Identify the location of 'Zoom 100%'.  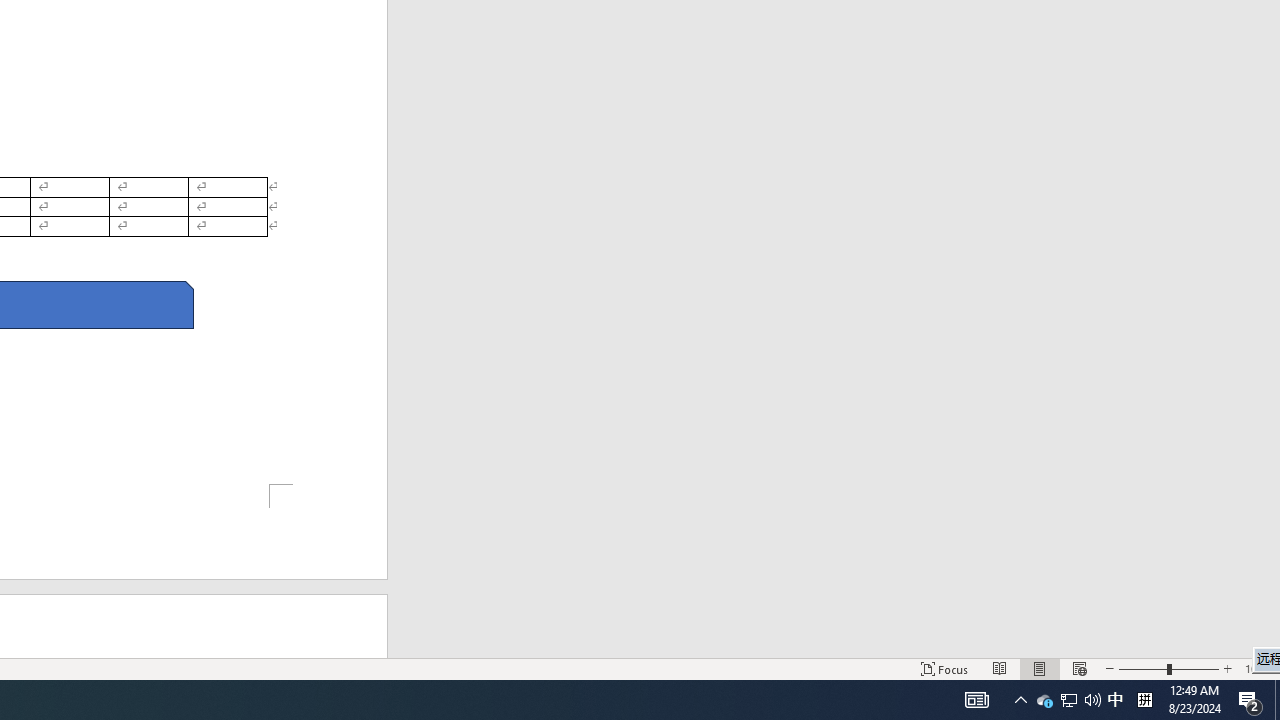
(1257, 669).